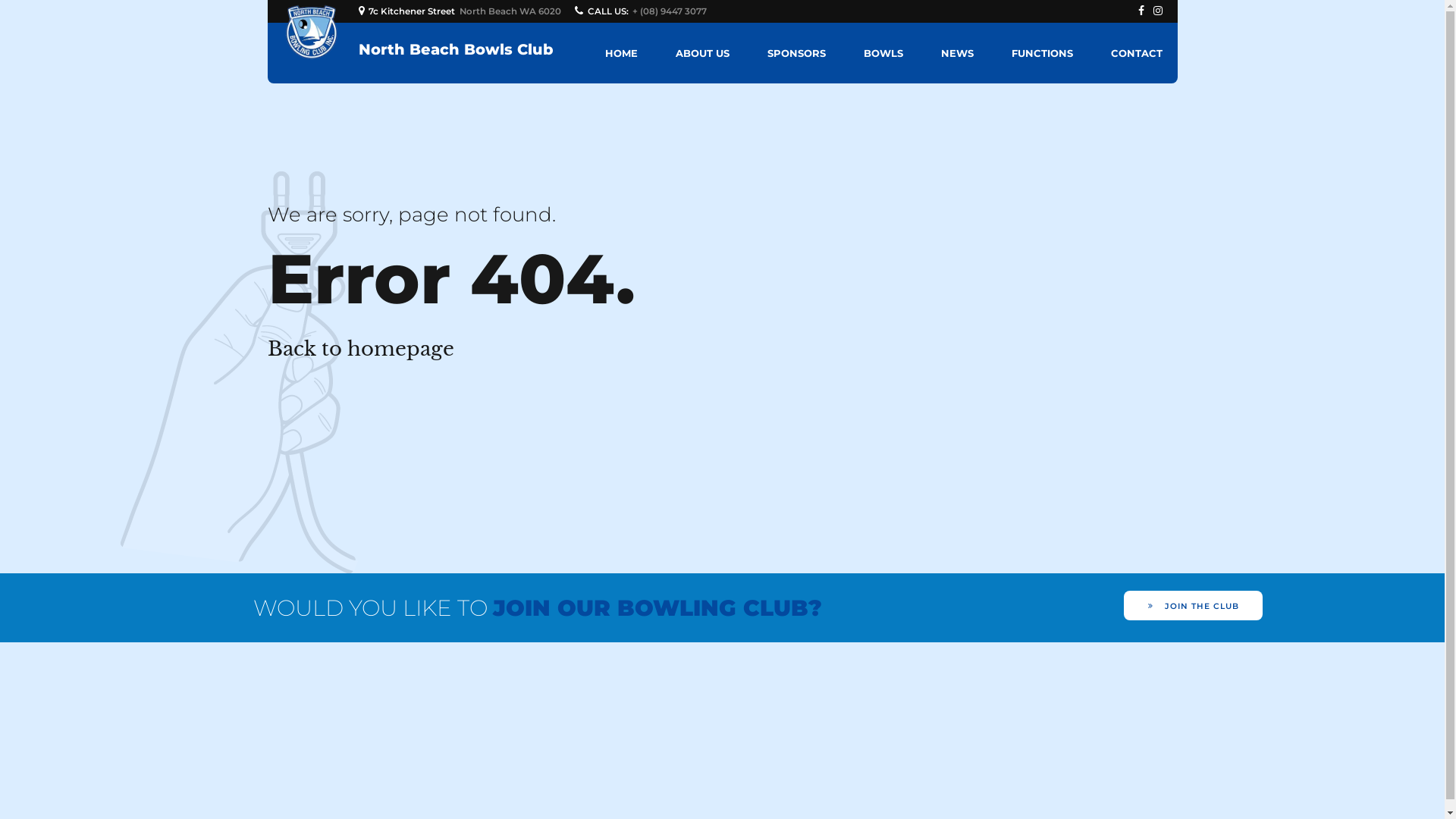 This screenshot has width=1456, height=819. What do you see at coordinates (955, 52) in the screenshot?
I see `'NEWS'` at bounding box center [955, 52].